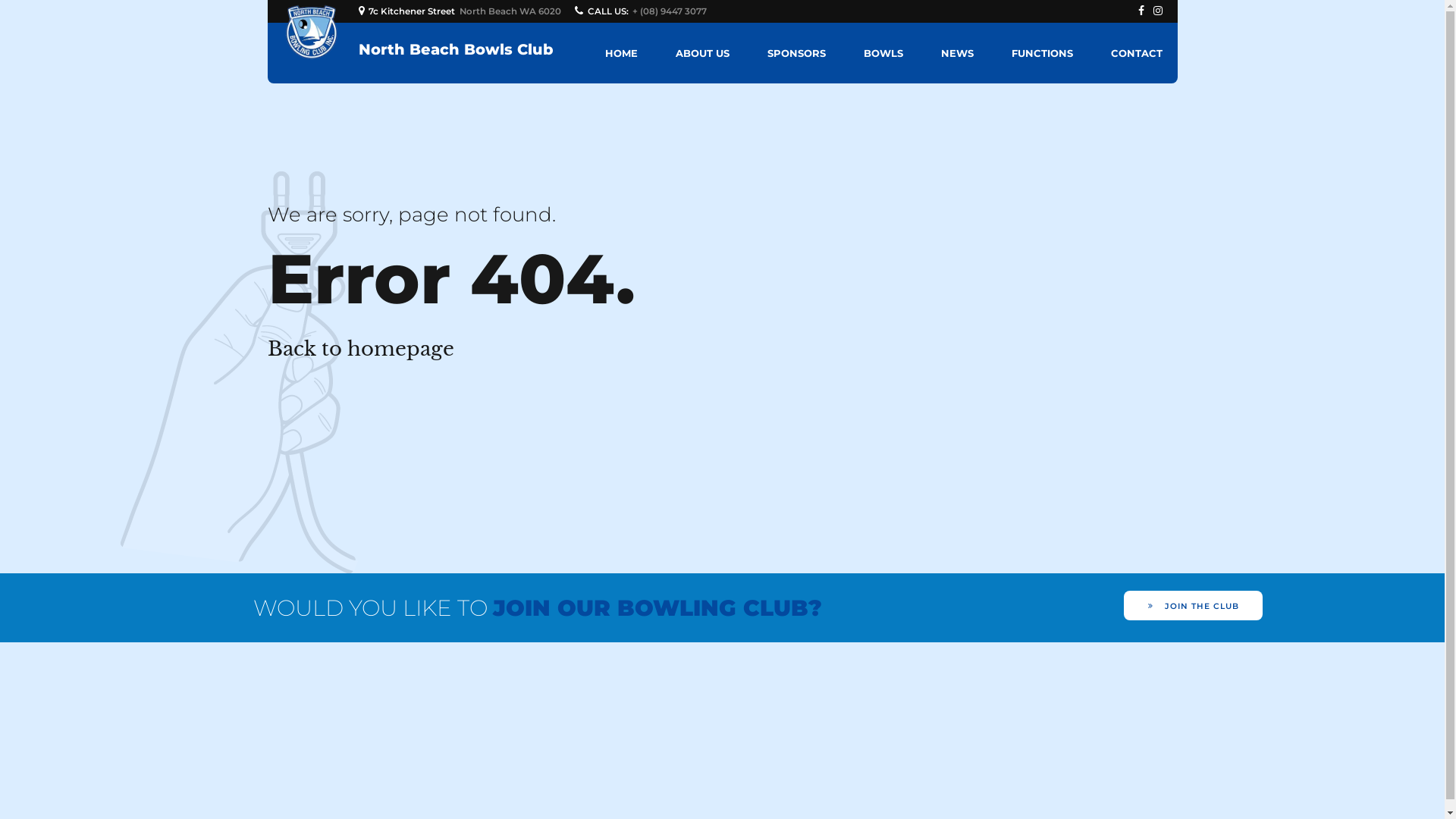 This screenshot has width=1456, height=819. What do you see at coordinates (955, 52) in the screenshot?
I see `'NEWS'` at bounding box center [955, 52].